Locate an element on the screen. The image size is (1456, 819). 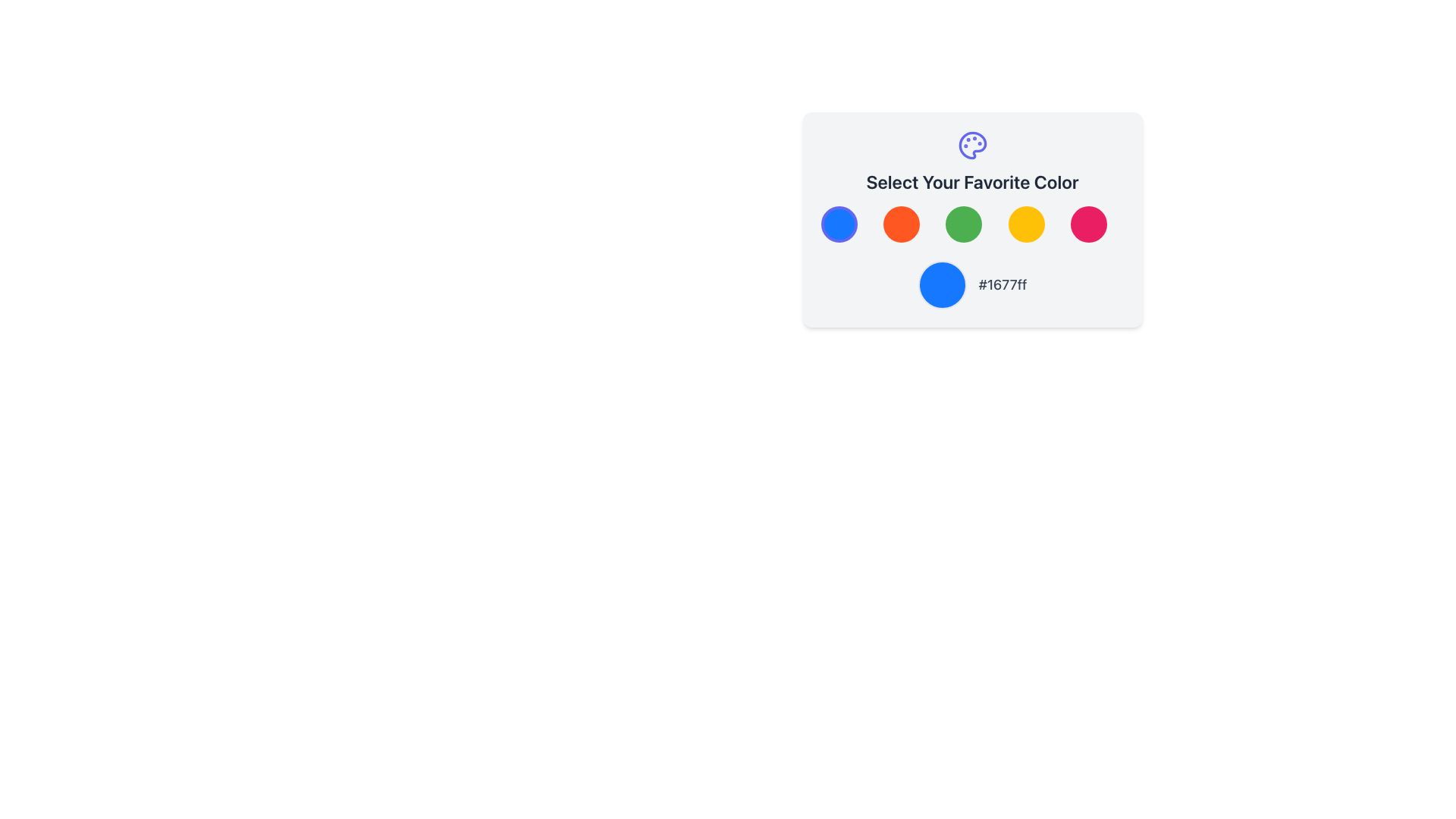
the yellow color selection button, which is the fourth button in a group of five circular buttons located near the center of the panel titled 'Select Your Favorite Color' is located at coordinates (1026, 224).